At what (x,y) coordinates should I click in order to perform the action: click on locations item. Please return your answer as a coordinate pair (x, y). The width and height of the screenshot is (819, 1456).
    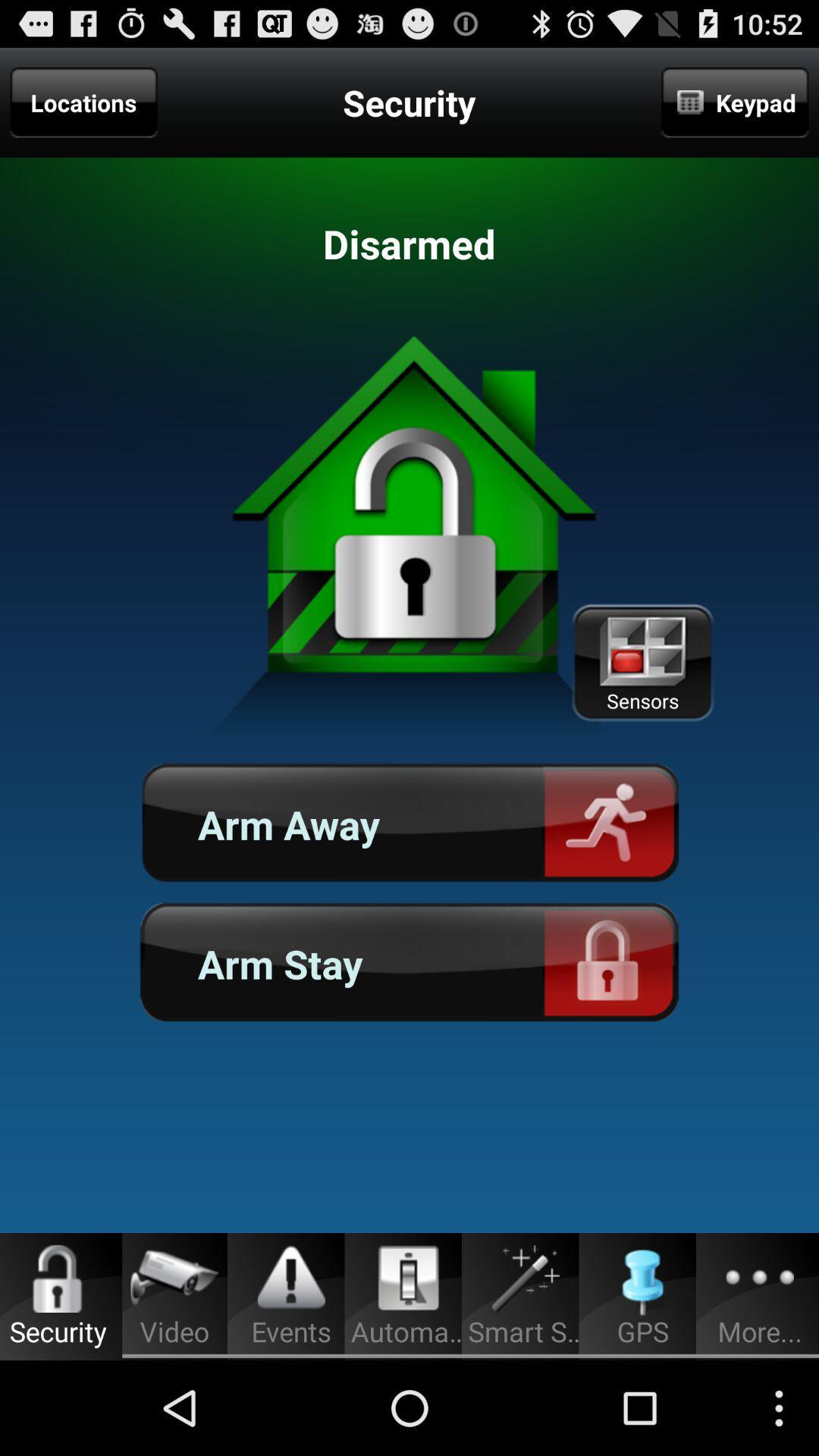
    Looking at the image, I should click on (83, 102).